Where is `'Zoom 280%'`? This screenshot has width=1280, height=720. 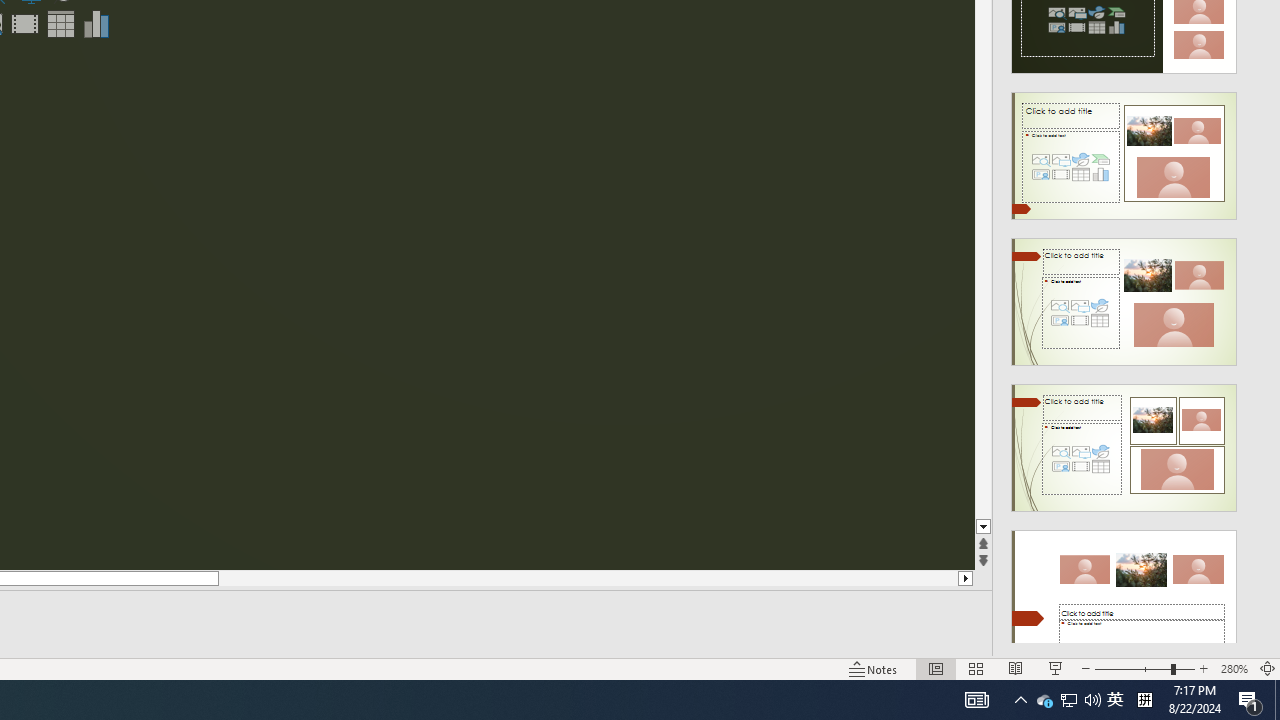 'Zoom 280%' is located at coordinates (1233, 669).